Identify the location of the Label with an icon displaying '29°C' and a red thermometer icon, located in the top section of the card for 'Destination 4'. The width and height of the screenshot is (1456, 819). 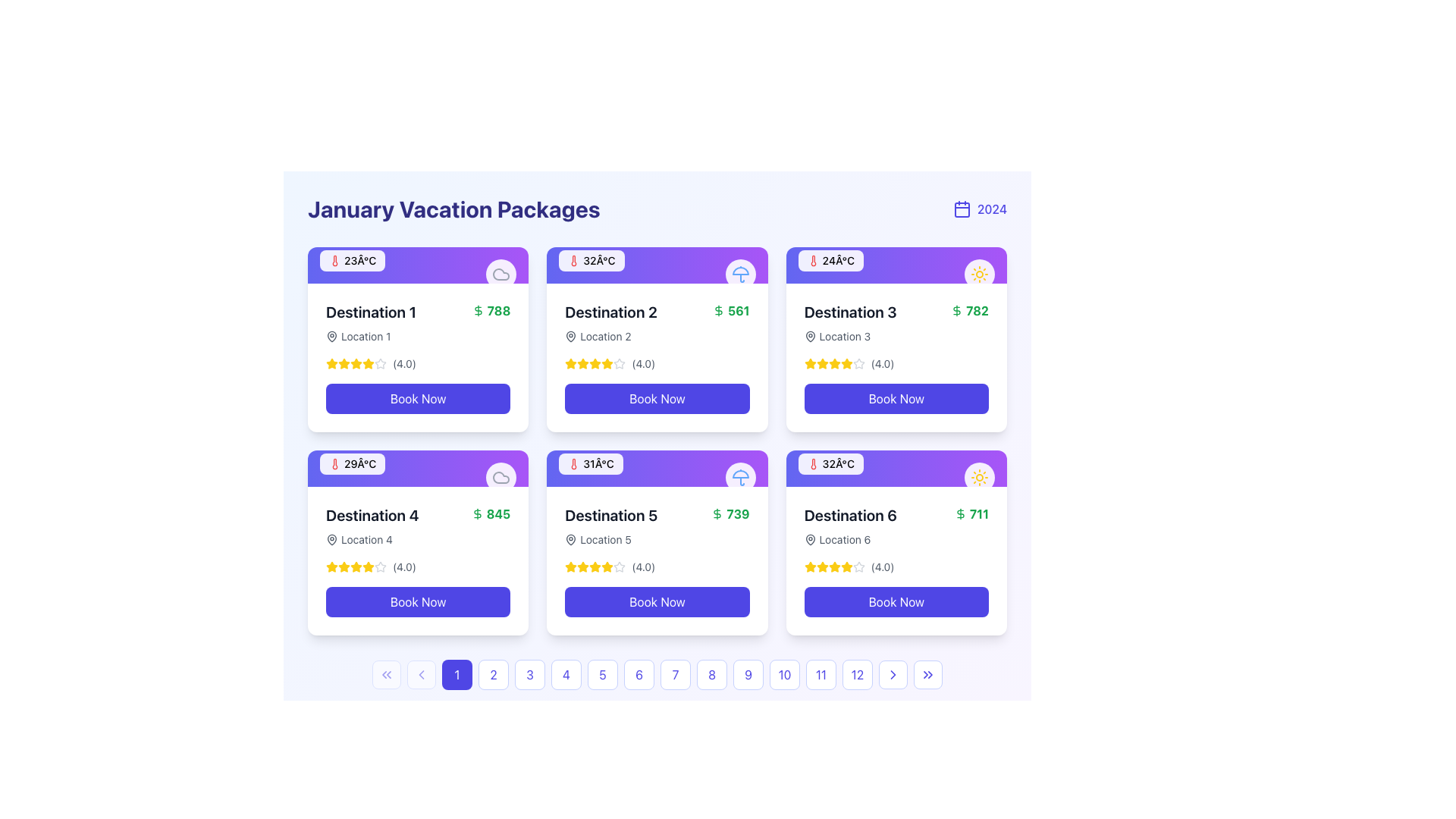
(418, 467).